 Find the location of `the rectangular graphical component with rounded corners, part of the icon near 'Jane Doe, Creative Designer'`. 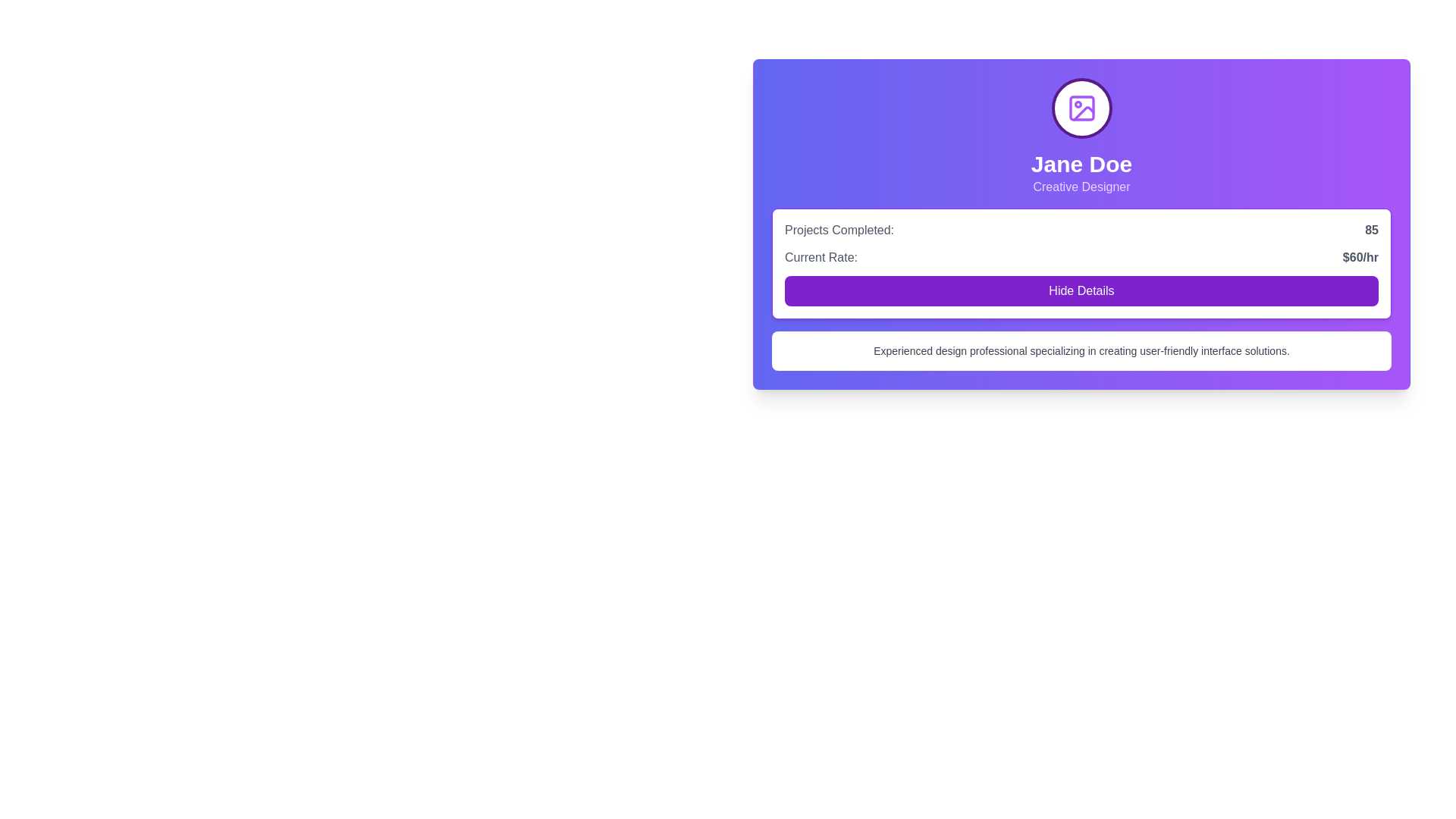

the rectangular graphical component with rounded corners, part of the icon near 'Jane Doe, Creative Designer' is located at coordinates (1081, 107).